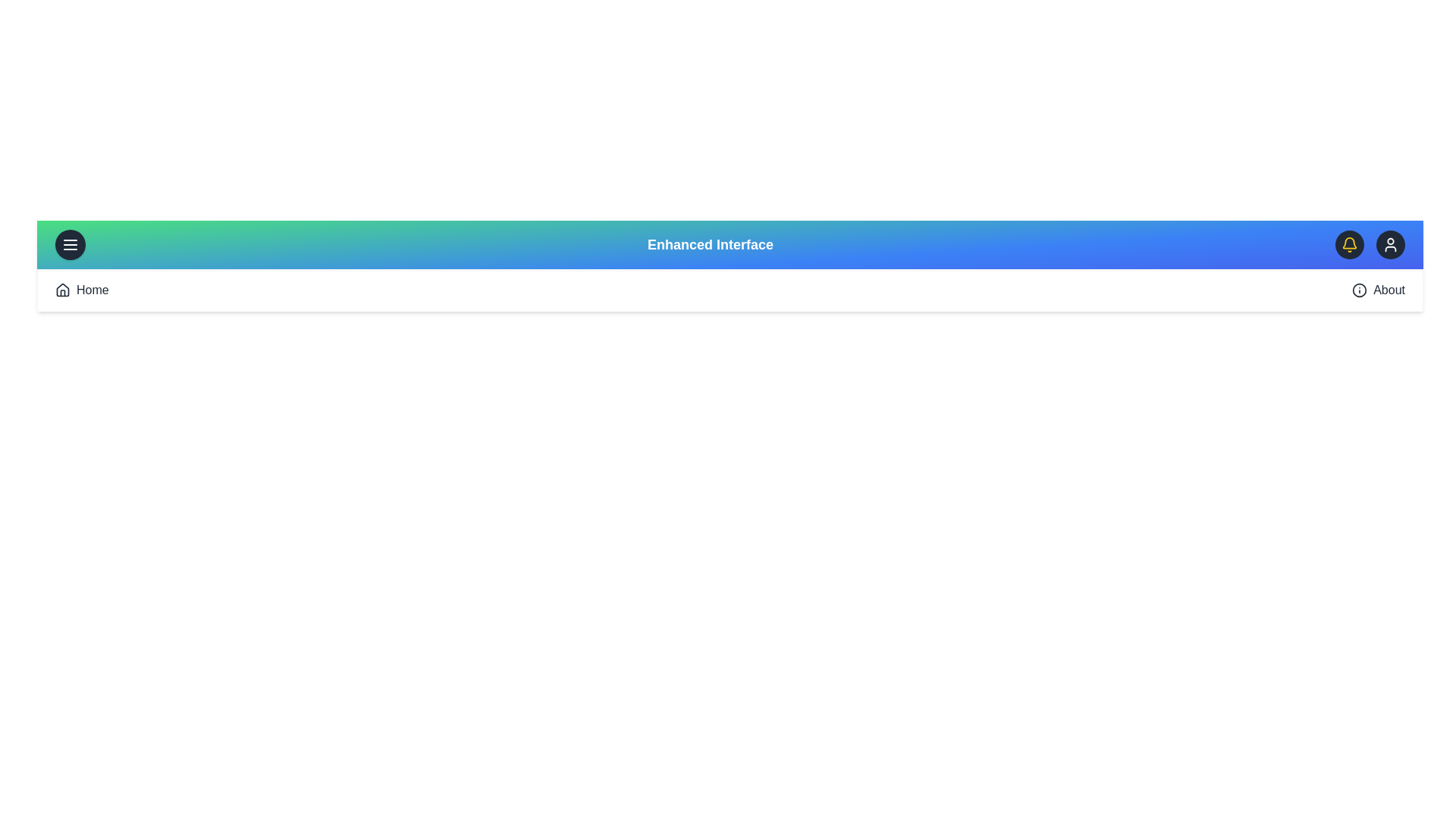  I want to click on menu button to toggle the menu open or closed, so click(69, 244).